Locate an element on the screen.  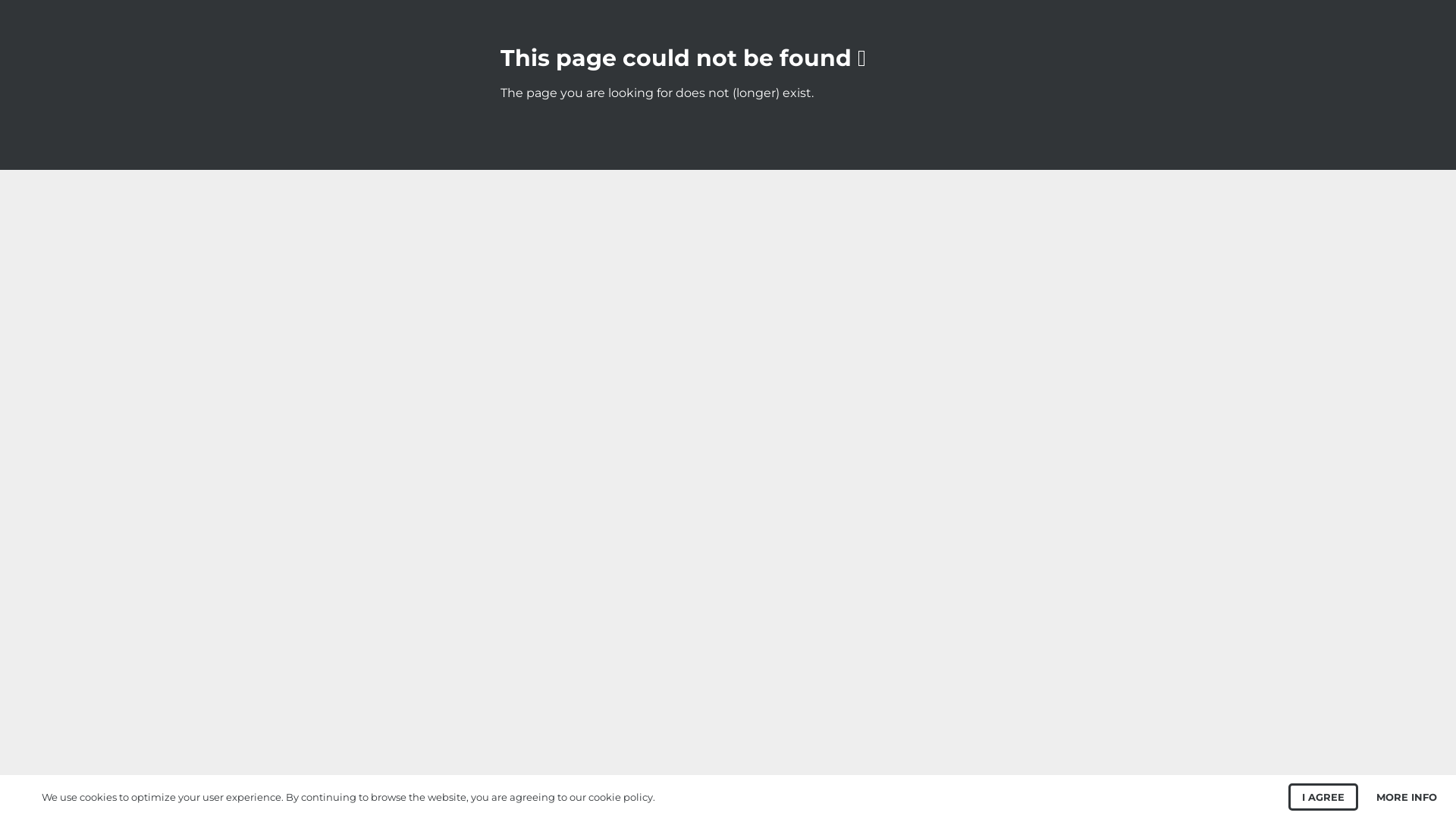
'I AGREE' is located at coordinates (1323, 795).